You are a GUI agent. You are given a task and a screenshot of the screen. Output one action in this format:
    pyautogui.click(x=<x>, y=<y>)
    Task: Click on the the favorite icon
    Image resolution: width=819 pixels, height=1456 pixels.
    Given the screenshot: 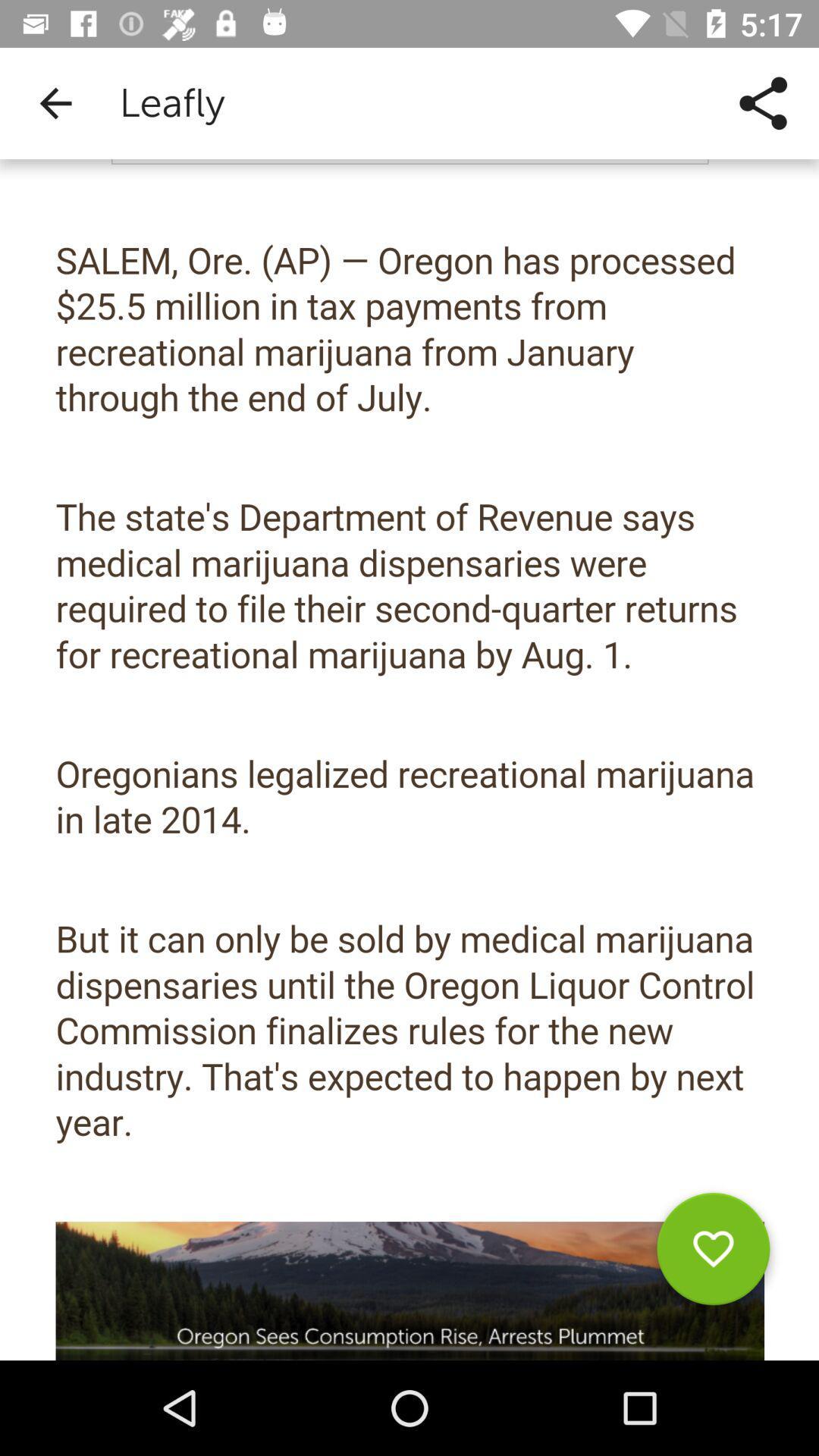 What is the action you would take?
    pyautogui.click(x=713, y=1254)
    